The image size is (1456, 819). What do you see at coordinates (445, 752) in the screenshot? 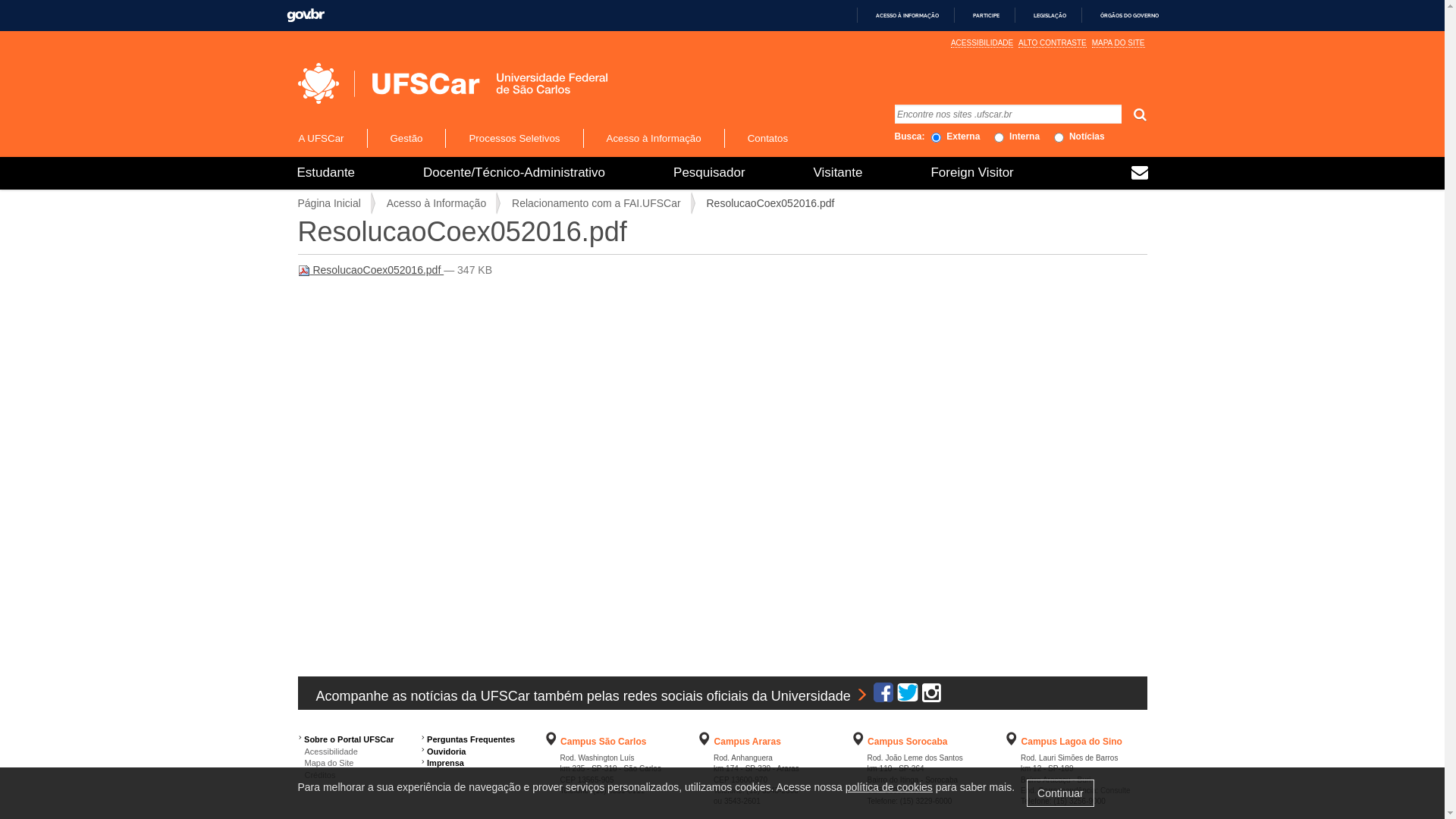
I see `'Ouvidoria'` at bounding box center [445, 752].